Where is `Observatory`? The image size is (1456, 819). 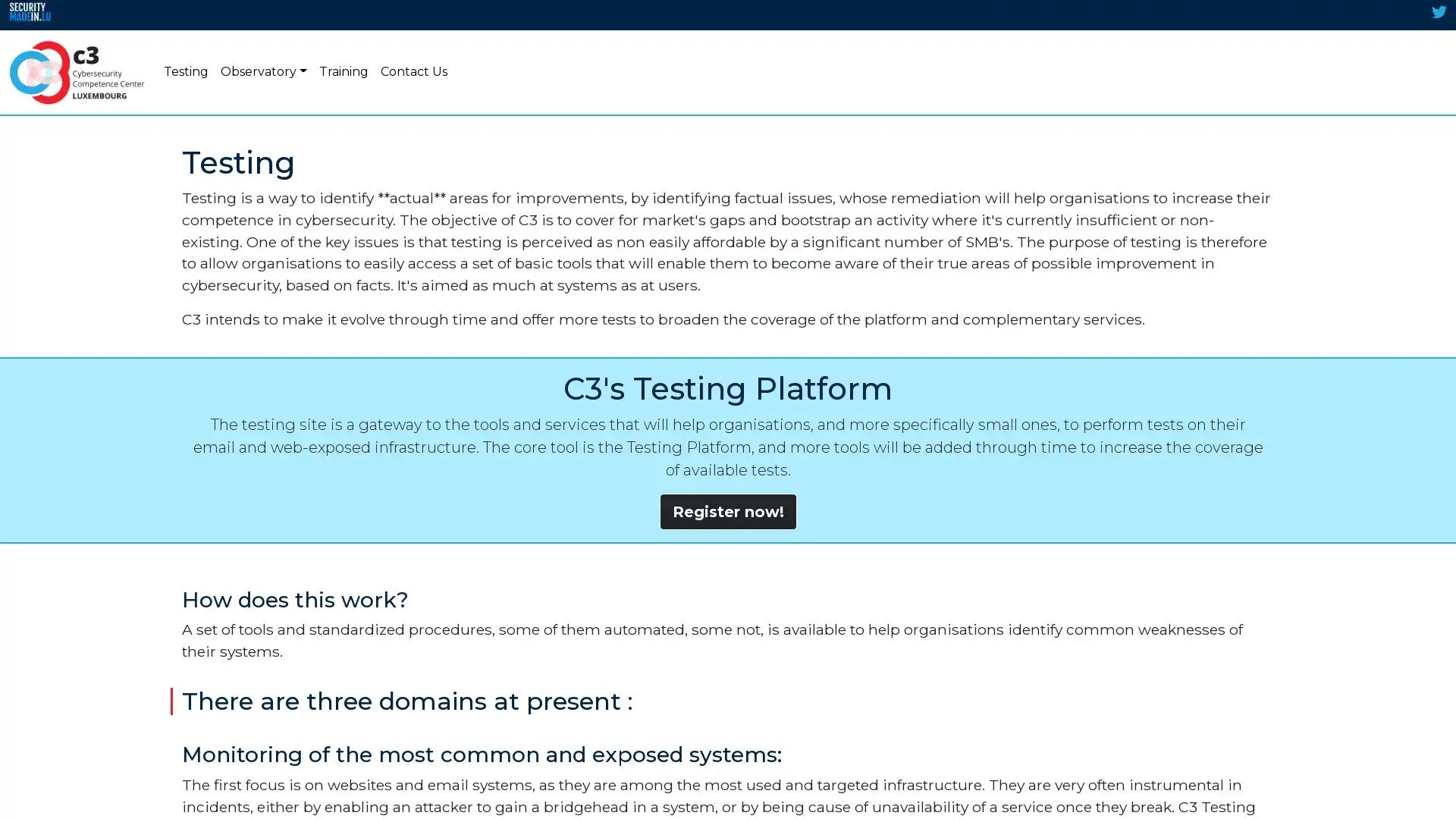 Observatory is located at coordinates (263, 72).